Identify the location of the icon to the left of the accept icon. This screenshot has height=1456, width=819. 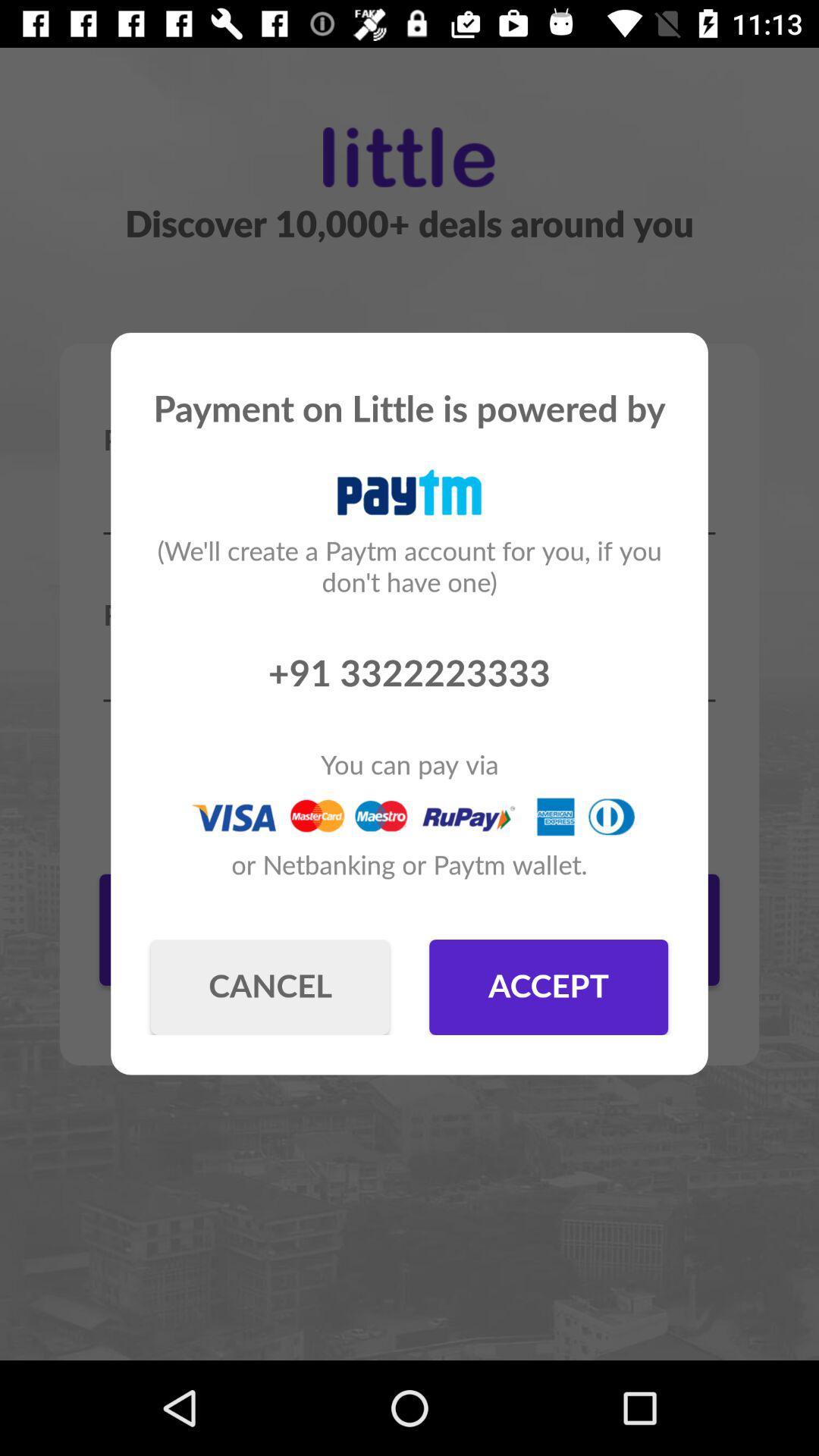
(269, 987).